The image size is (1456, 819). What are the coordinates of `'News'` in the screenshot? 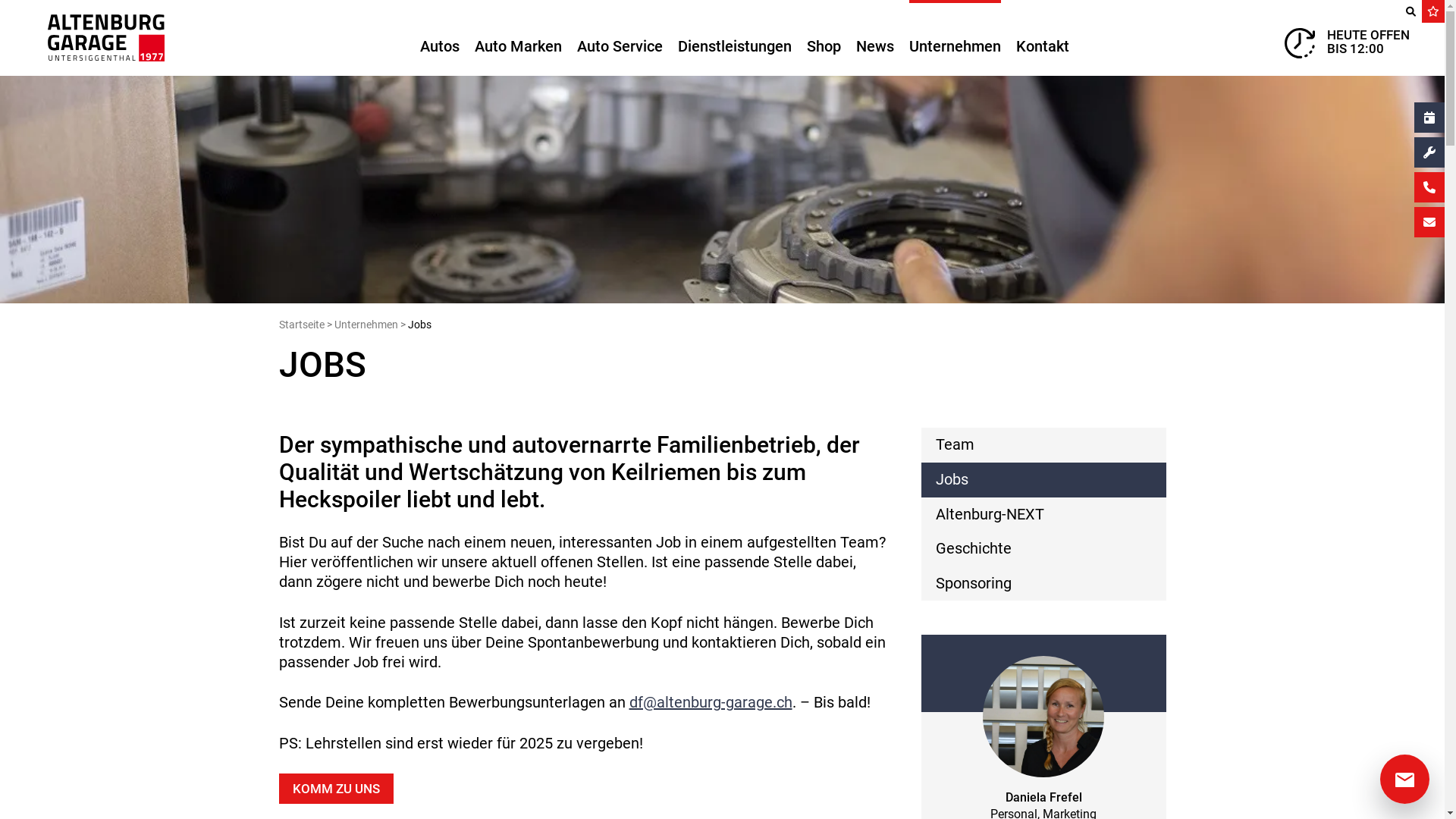 It's located at (874, 37).